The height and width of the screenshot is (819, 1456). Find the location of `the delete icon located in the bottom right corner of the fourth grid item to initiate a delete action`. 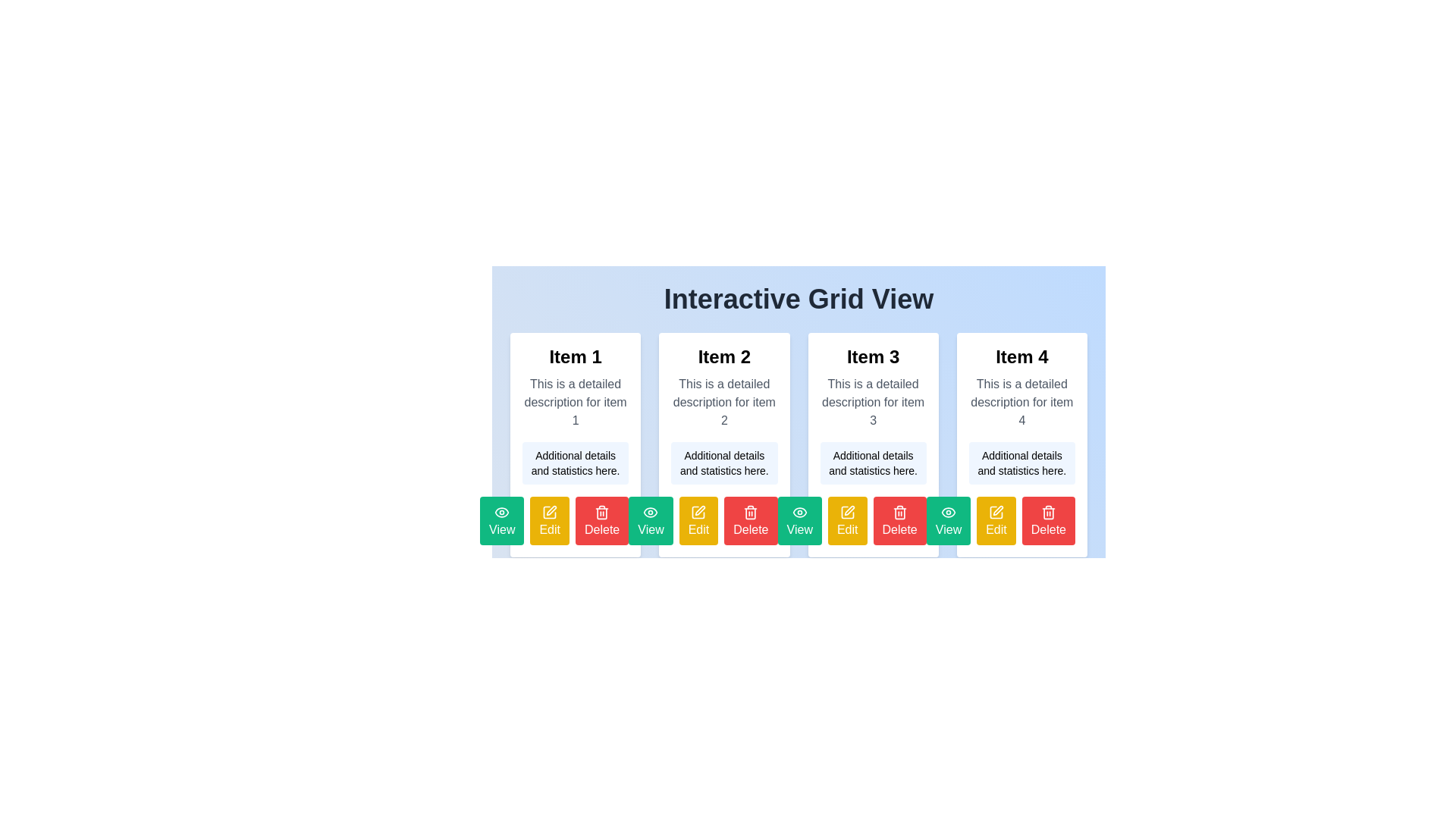

the delete icon located in the bottom right corner of the fourth grid item to initiate a delete action is located at coordinates (1047, 513).